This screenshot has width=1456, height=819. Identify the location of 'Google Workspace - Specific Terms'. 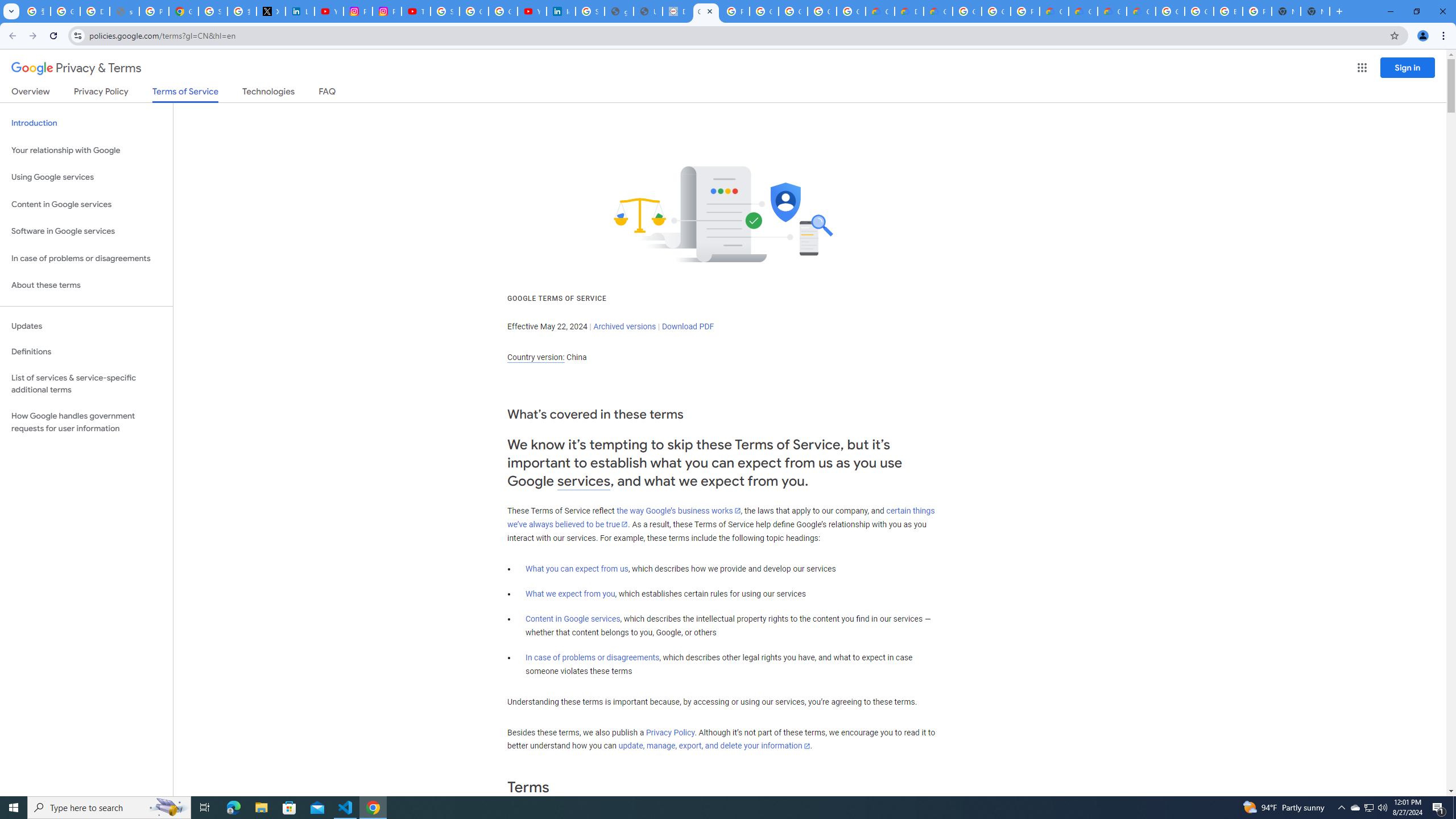
(821, 11).